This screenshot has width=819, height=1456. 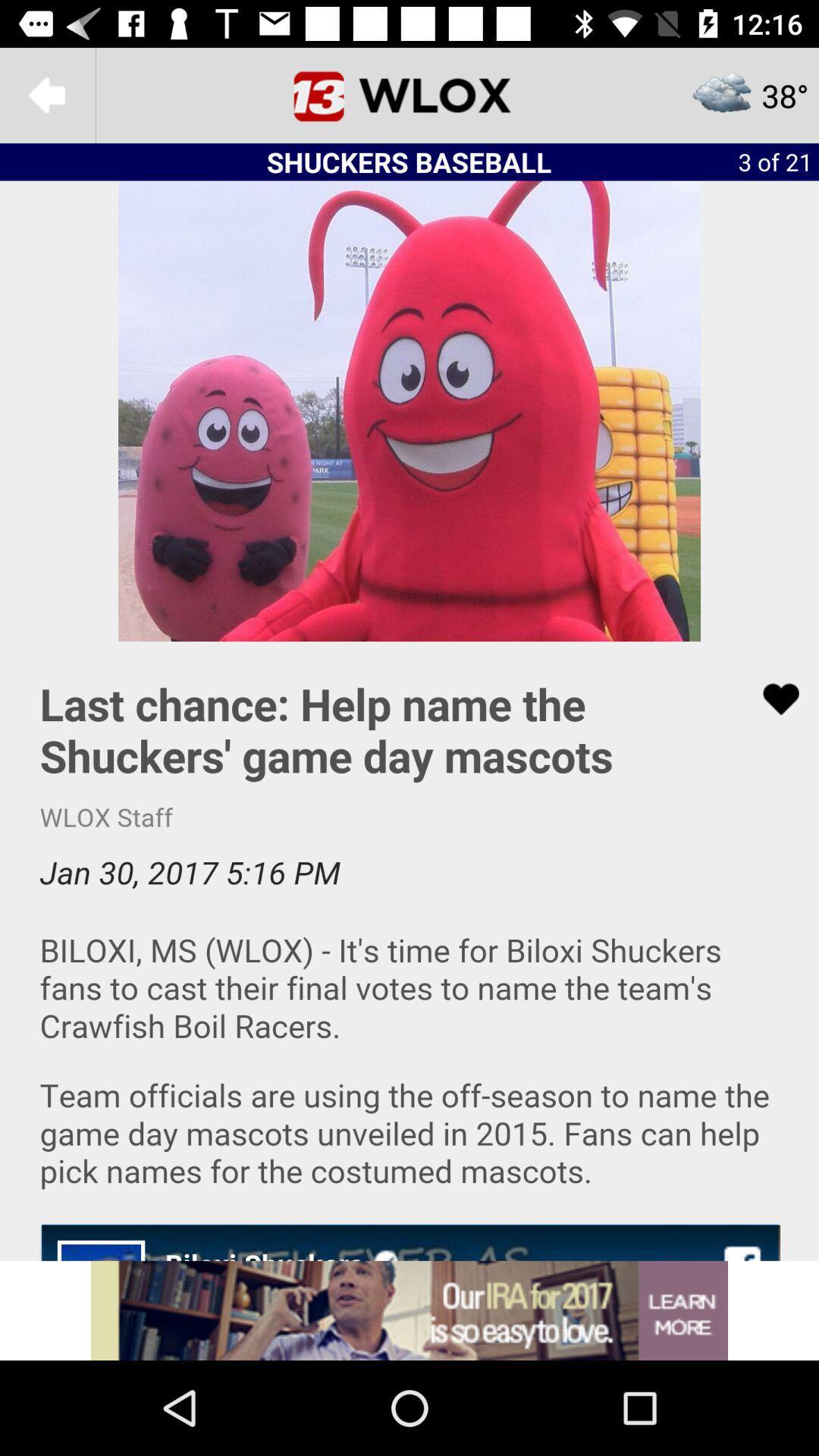 I want to click on click advertisement, so click(x=409, y=1310).